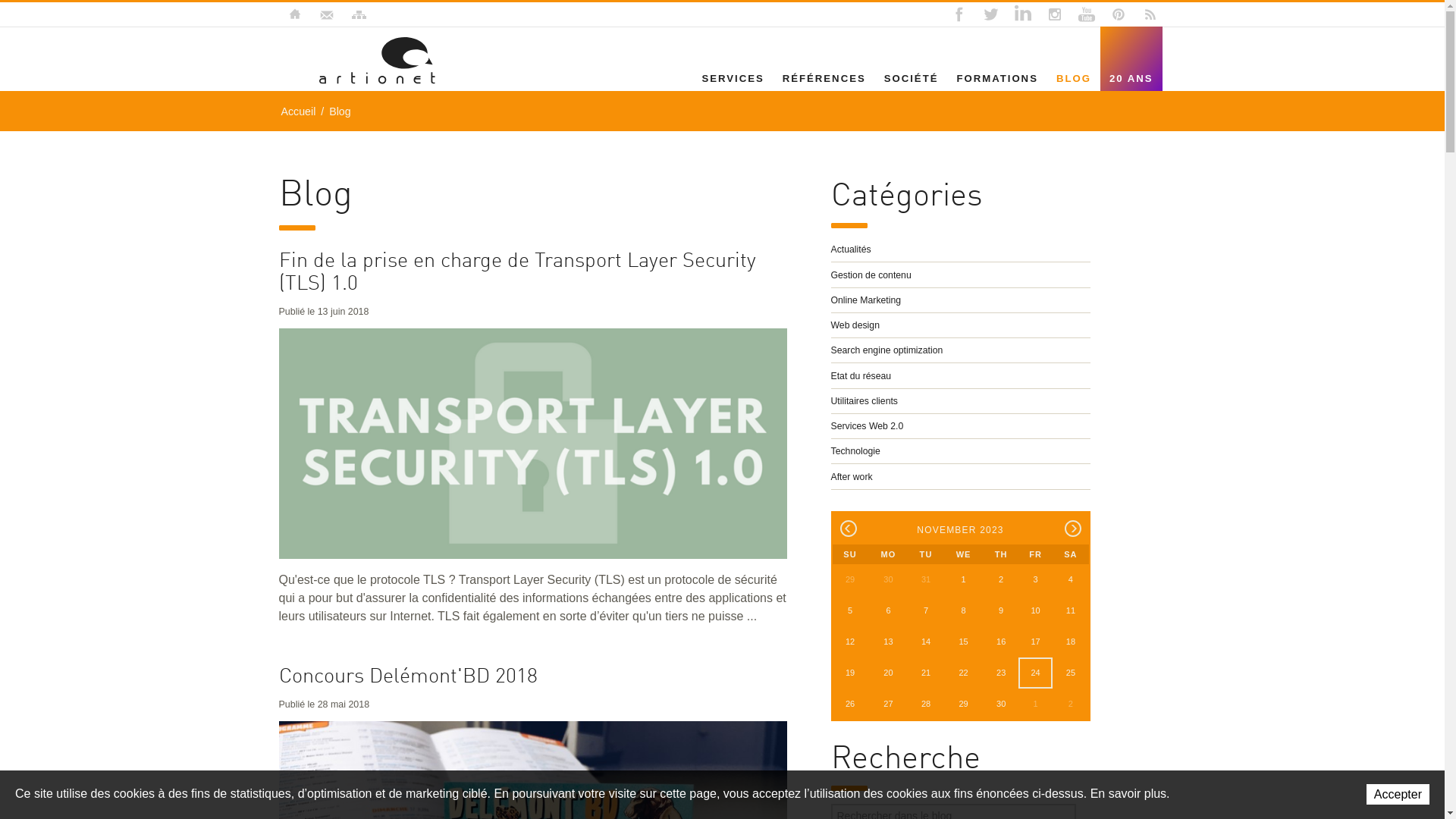  I want to click on 'Blog', so click(318, 60).